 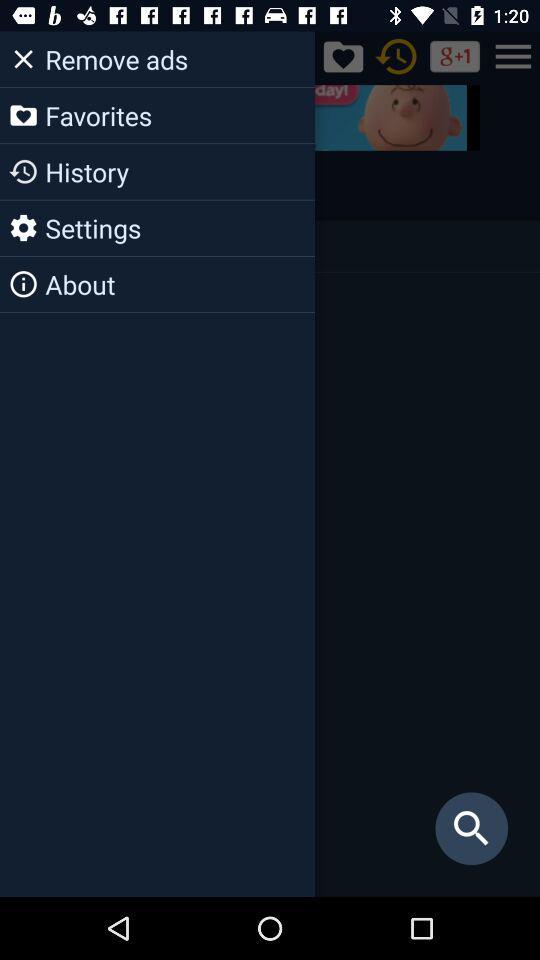 I want to click on the favorite icon, so click(x=342, y=55).